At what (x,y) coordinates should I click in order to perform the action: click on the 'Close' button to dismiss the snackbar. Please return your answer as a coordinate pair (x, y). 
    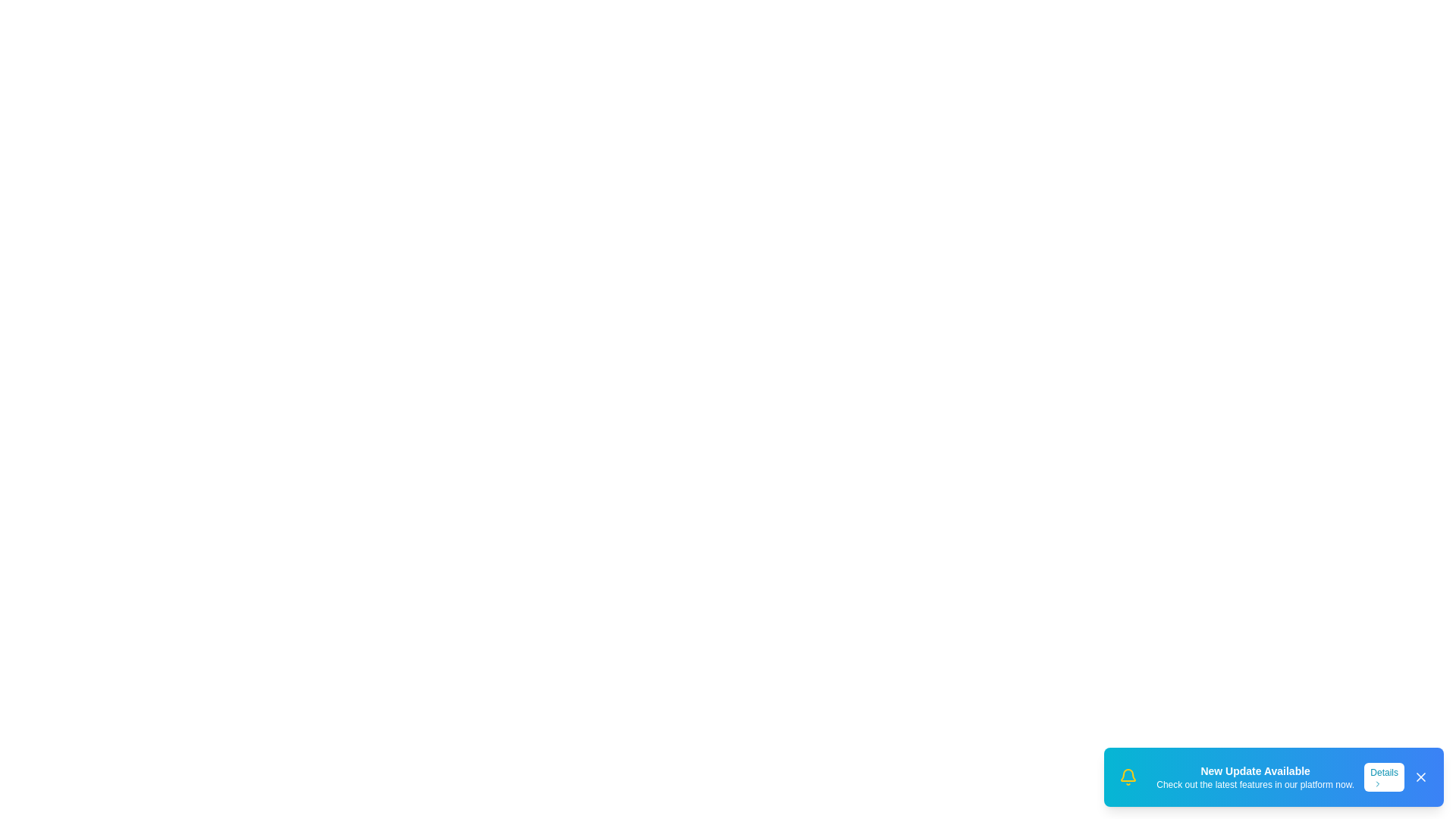
    Looking at the image, I should click on (1420, 777).